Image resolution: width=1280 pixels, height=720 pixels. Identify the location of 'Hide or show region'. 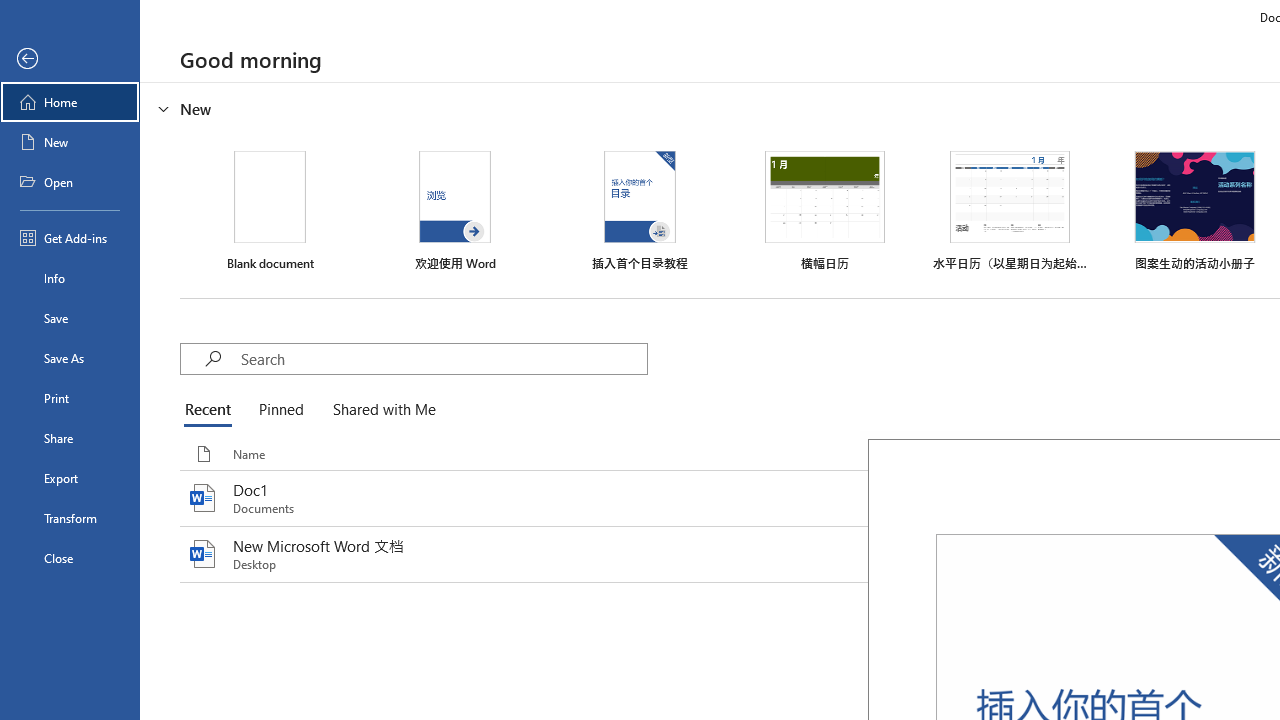
(164, 109).